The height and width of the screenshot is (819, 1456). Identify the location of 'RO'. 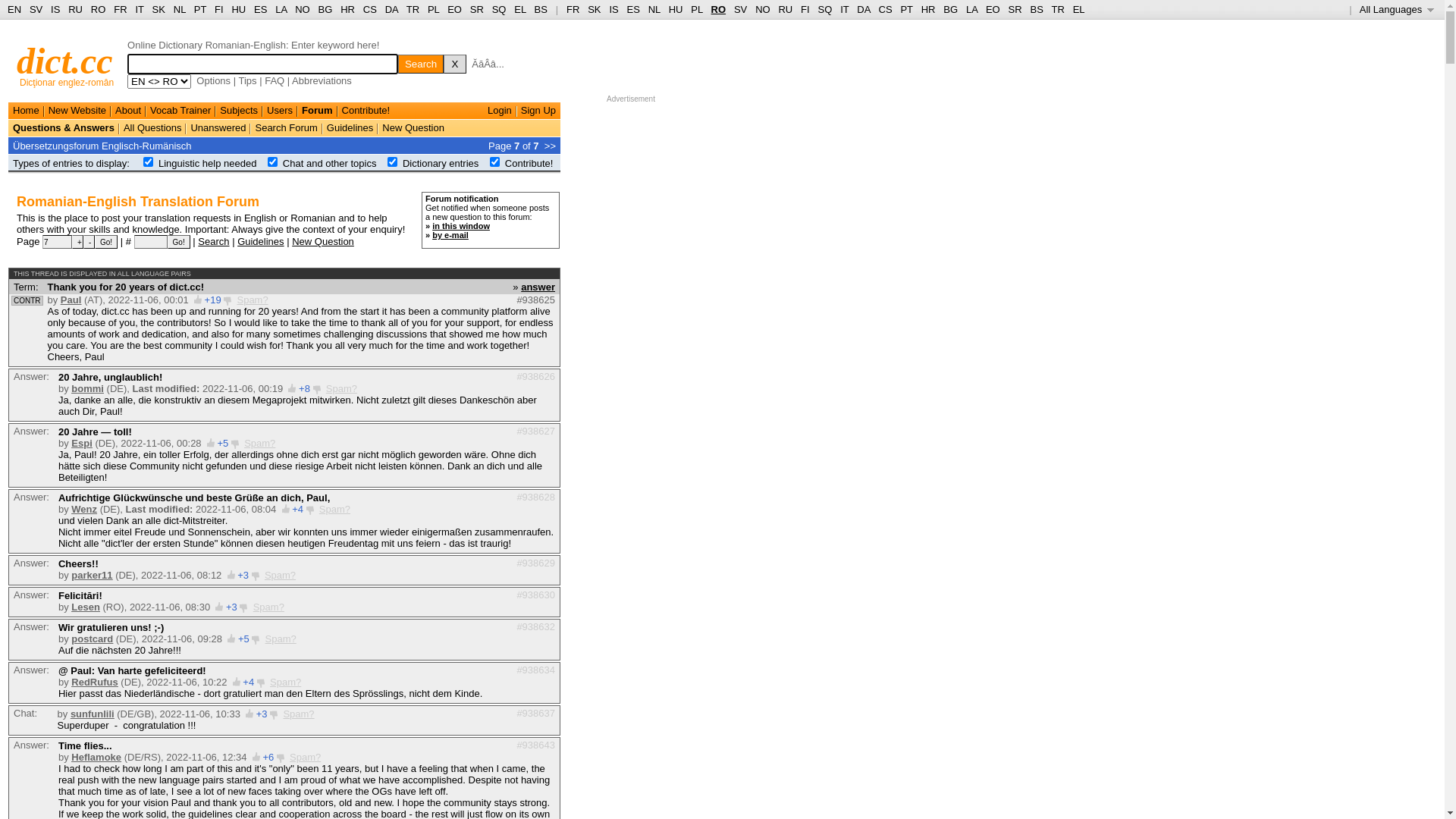
(97, 9).